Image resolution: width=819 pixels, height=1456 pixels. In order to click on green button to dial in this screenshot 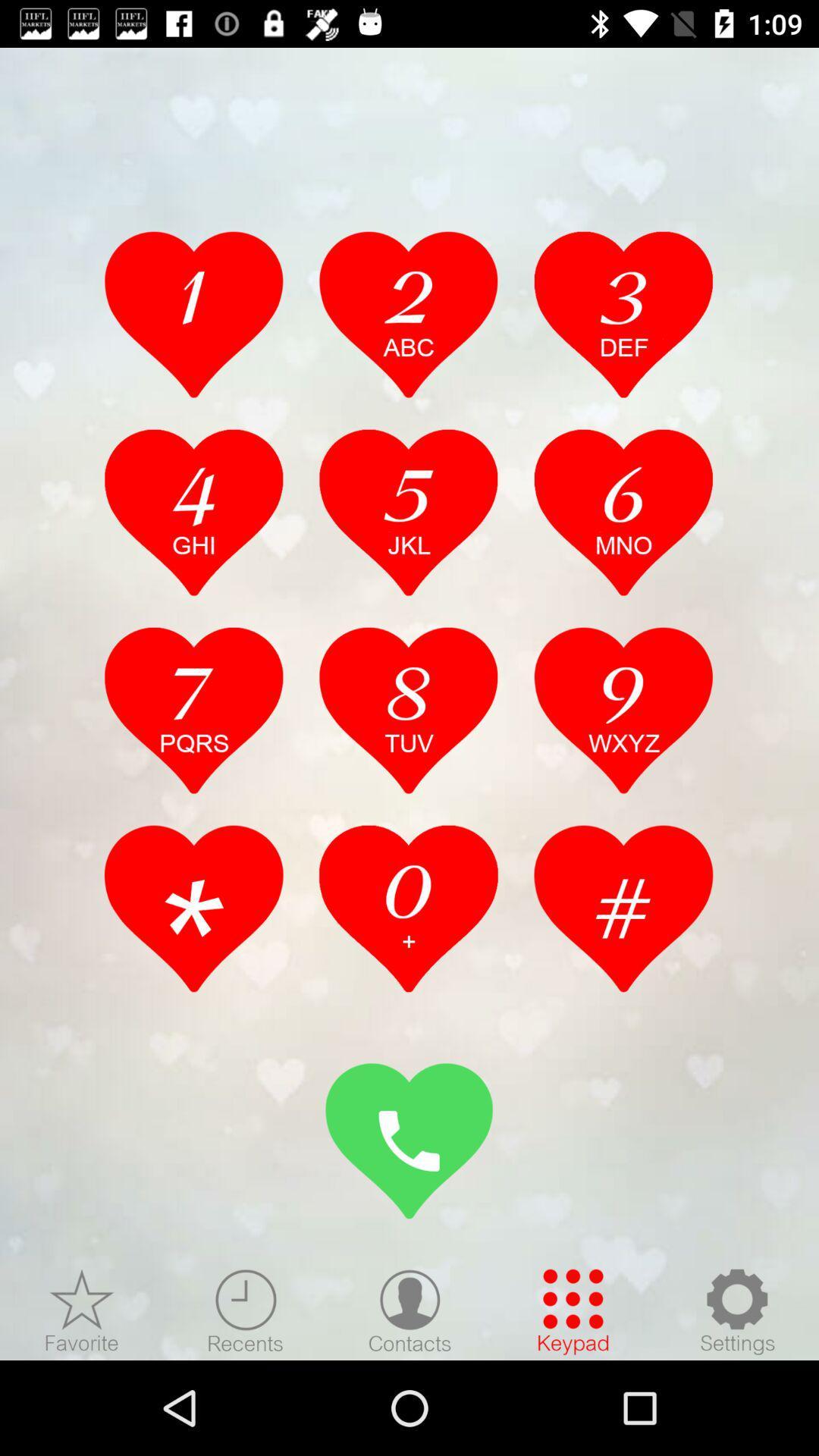, I will do `click(409, 1141)`.